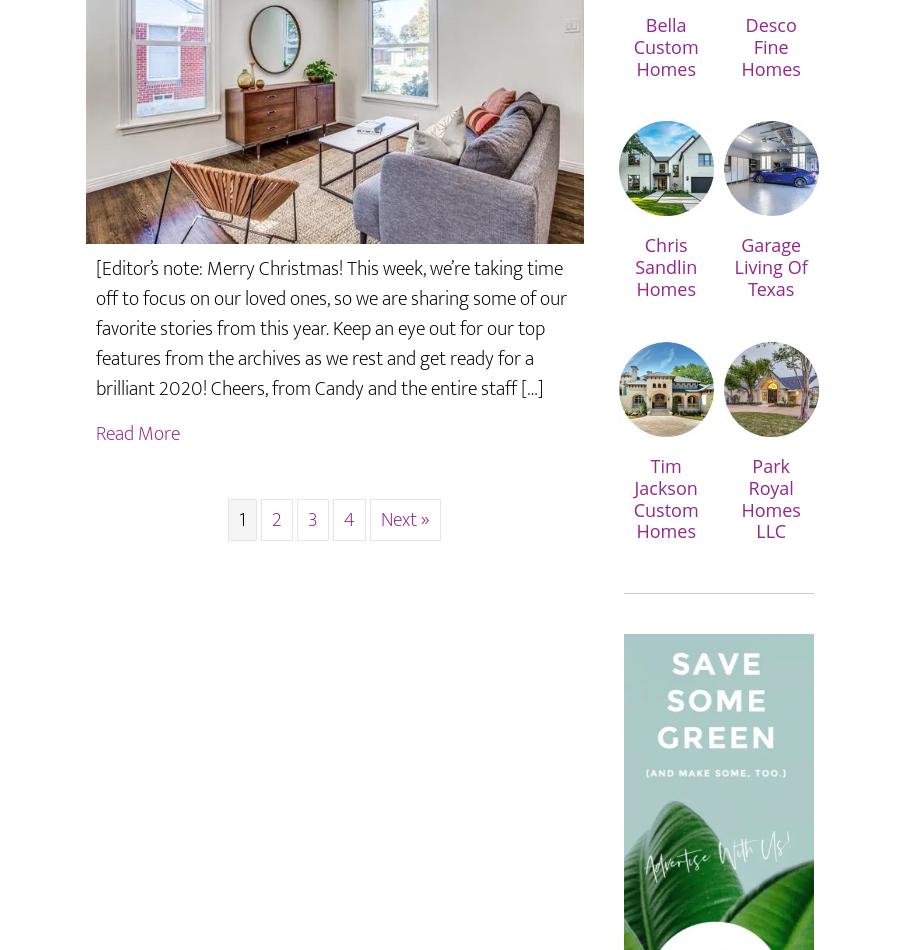  Describe the element at coordinates (136, 432) in the screenshot. I see `'Read More'` at that location.